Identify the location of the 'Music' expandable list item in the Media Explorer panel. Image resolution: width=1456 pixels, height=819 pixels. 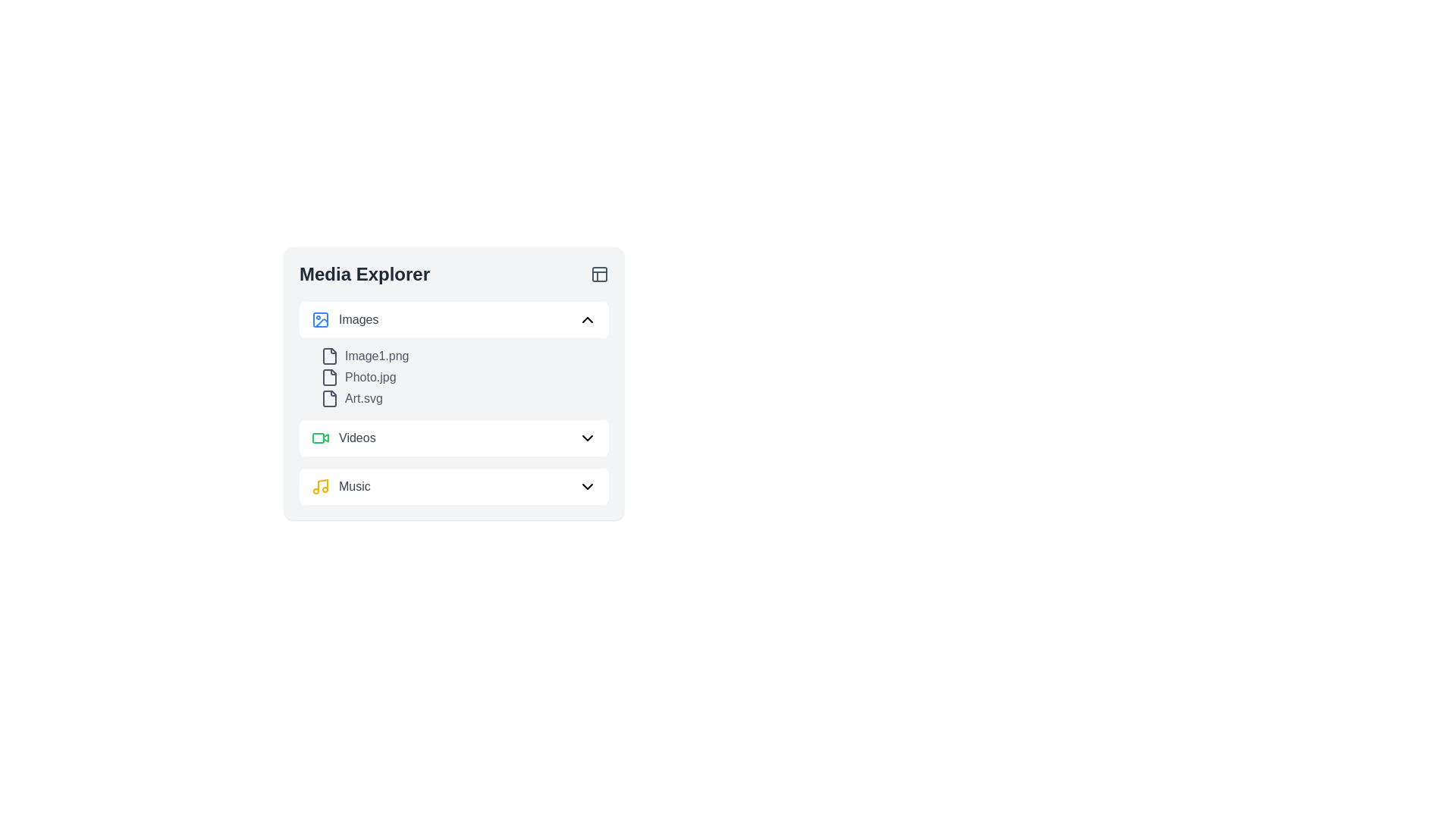
(453, 486).